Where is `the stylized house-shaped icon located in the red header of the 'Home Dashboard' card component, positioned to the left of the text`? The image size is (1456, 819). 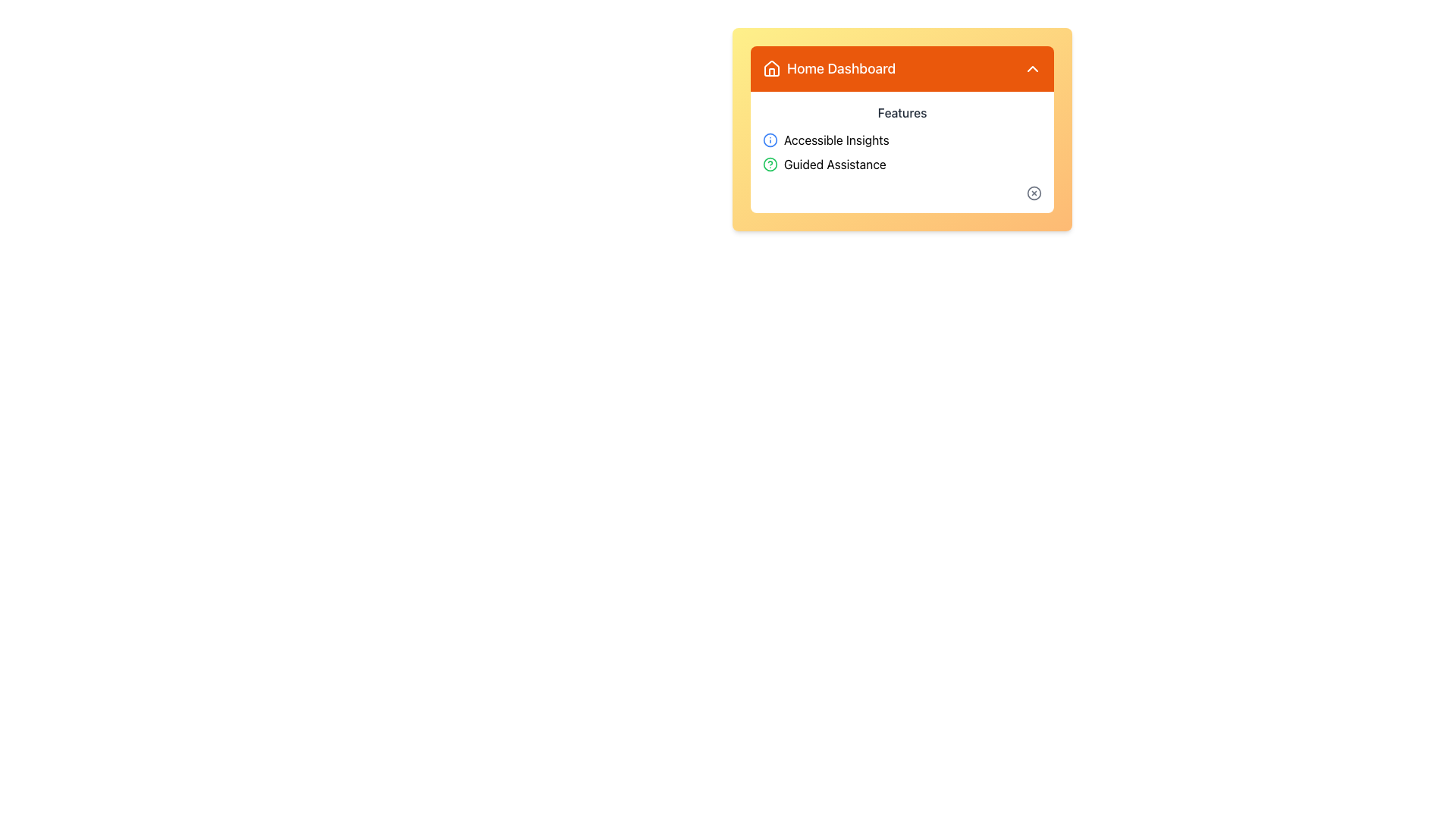
the stylized house-shaped icon located in the red header of the 'Home Dashboard' card component, positioned to the left of the text is located at coordinates (771, 67).